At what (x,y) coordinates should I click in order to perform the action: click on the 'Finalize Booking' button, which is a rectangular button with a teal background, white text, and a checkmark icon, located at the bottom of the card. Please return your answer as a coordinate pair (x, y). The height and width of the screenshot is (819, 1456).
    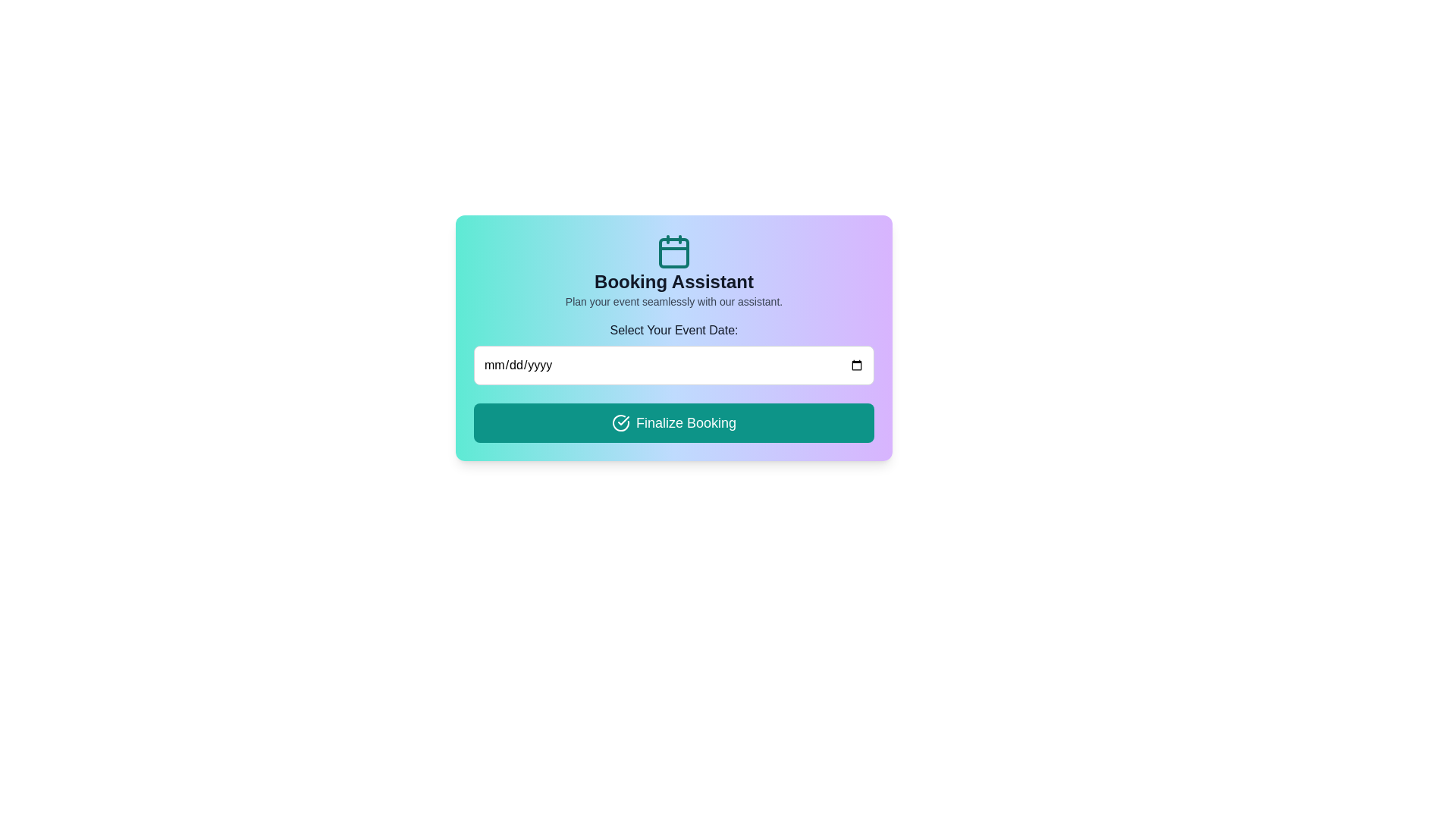
    Looking at the image, I should click on (673, 423).